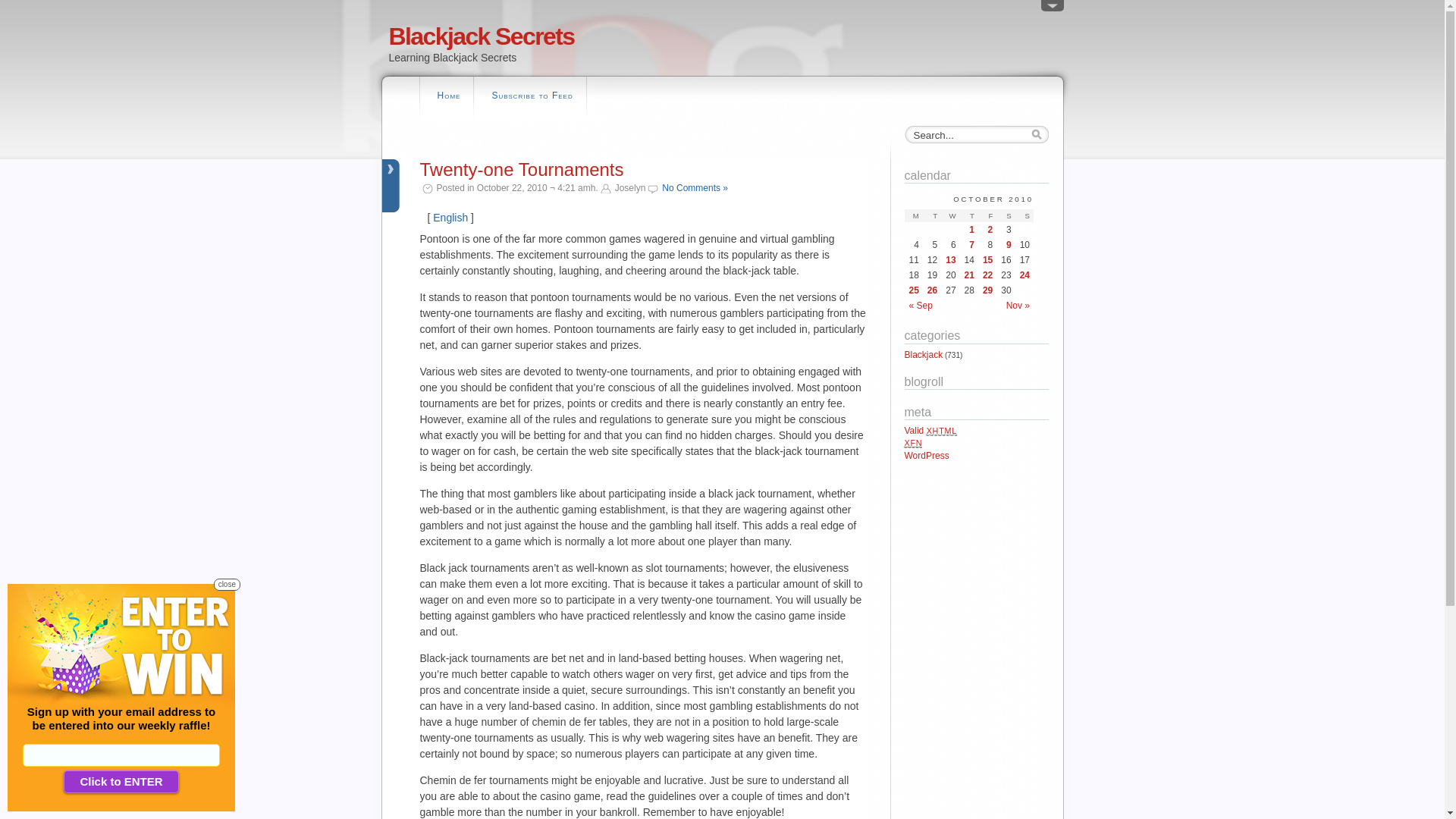 This screenshot has width=1456, height=819. I want to click on 'Users', so click(1051, 8).